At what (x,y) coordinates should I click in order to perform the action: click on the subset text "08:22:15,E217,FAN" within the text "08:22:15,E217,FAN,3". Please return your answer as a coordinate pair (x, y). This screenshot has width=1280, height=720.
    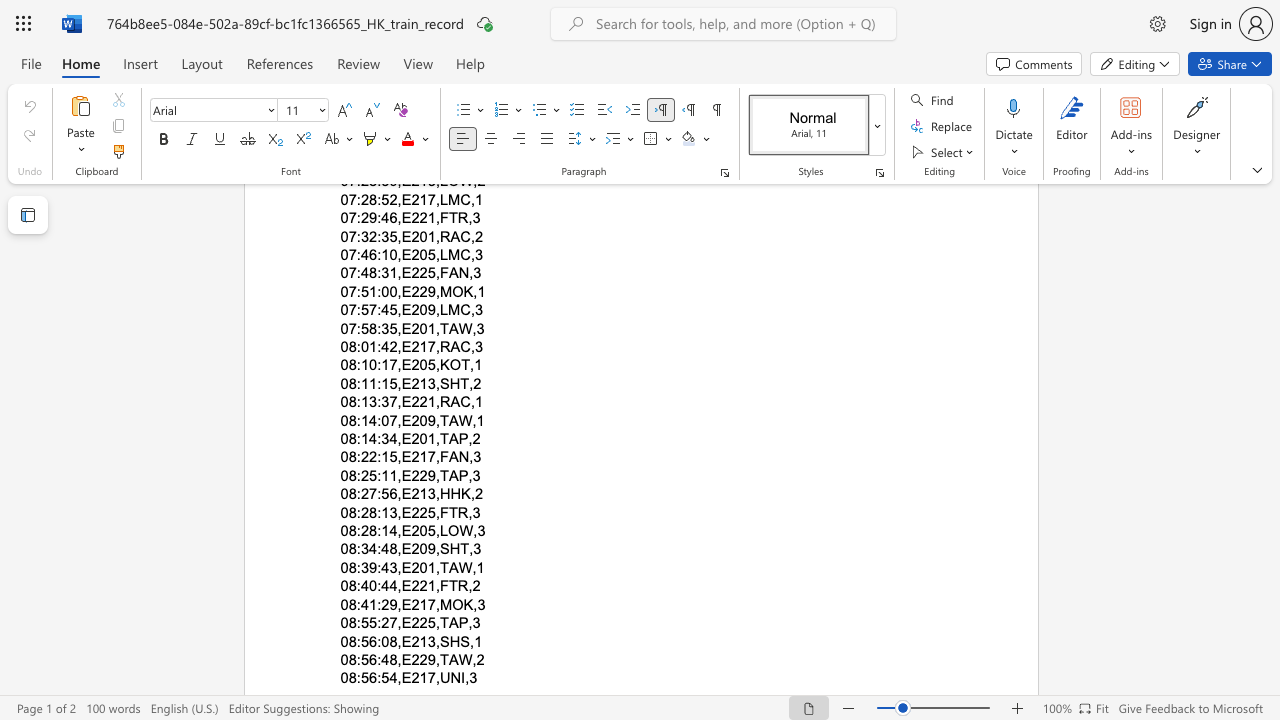
    Looking at the image, I should click on (340, 457).